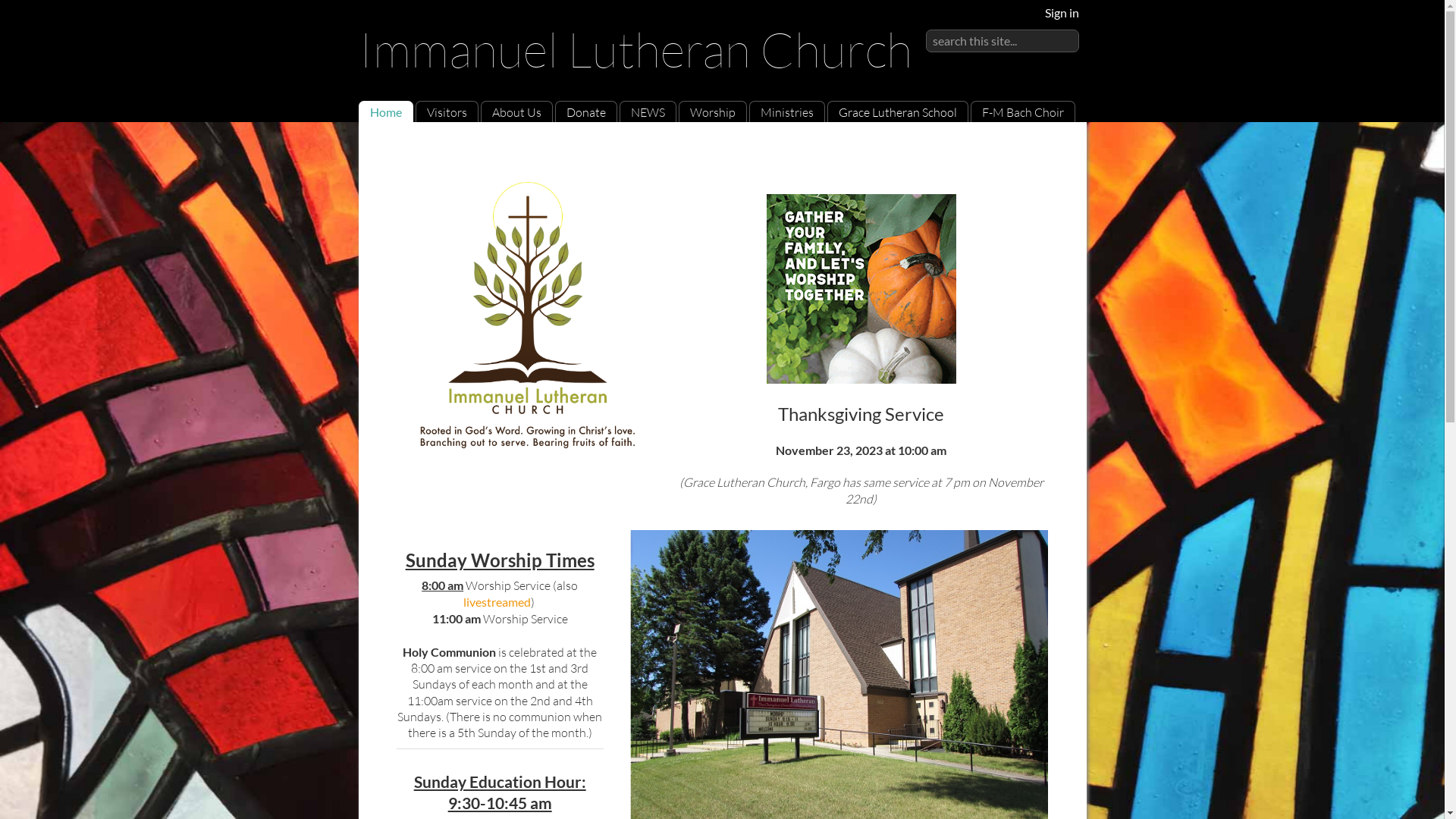 The image size is (1456, 819). I want to click on 'livestreamed', so click(497, 601).